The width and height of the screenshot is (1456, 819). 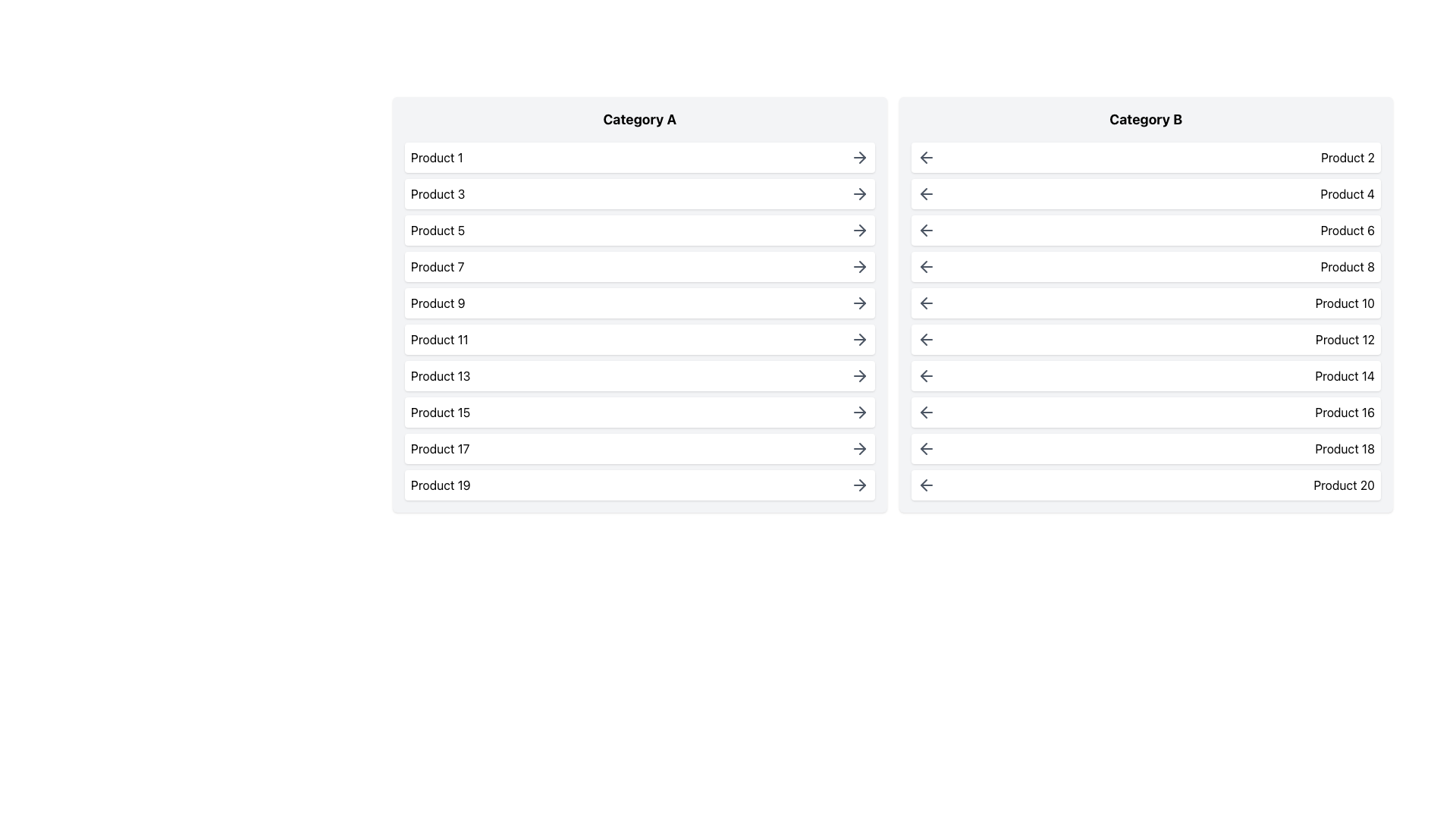 I want to click on the rightward arrow icon associated with 'Product 9' in the 'Category A' column, so click(x=862, y=303).